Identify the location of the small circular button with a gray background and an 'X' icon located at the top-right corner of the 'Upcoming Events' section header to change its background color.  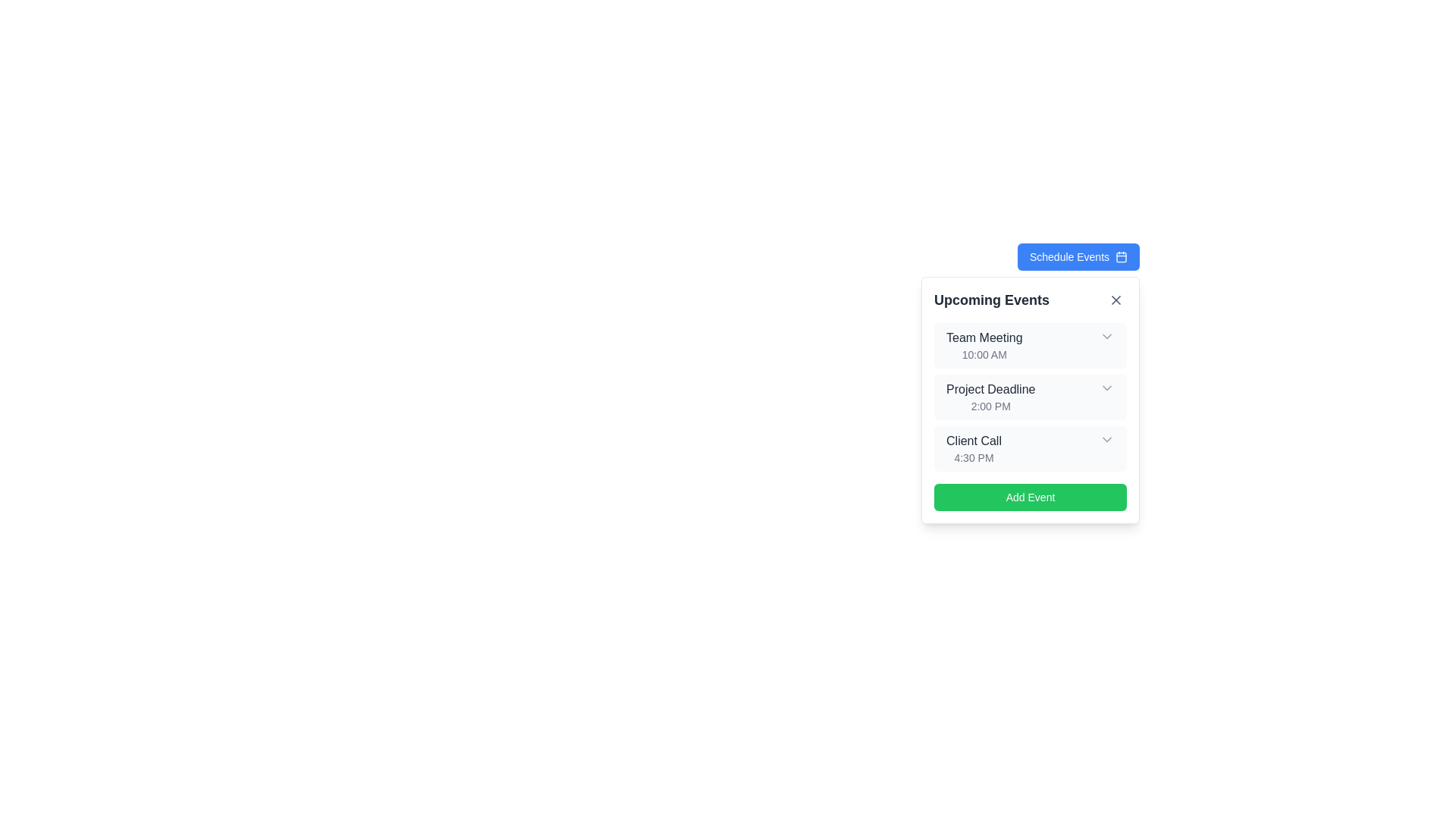
(1116, 300).